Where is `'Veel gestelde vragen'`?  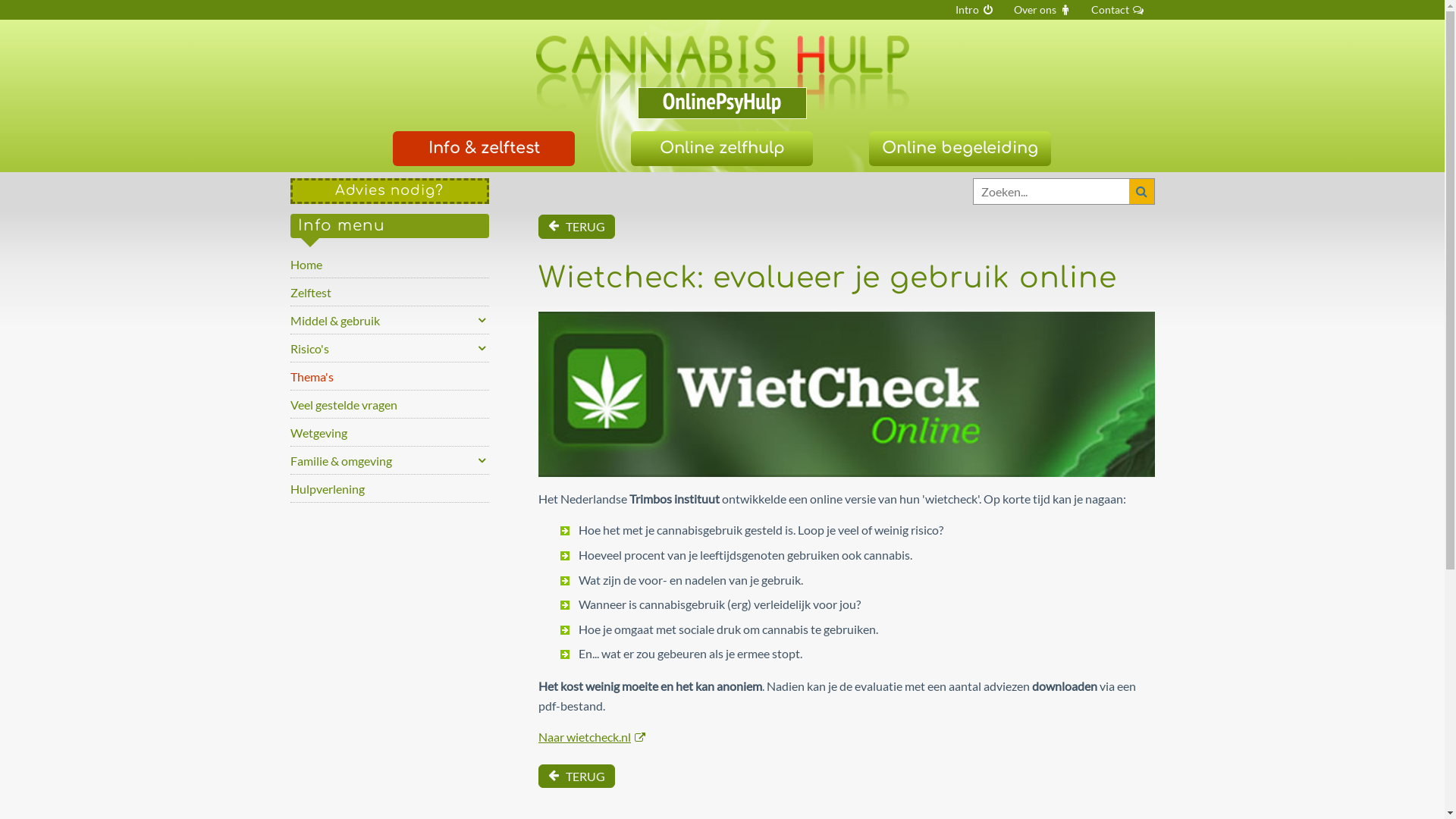
'Veel gestelde vragen' is located at coordinates (290, 403).